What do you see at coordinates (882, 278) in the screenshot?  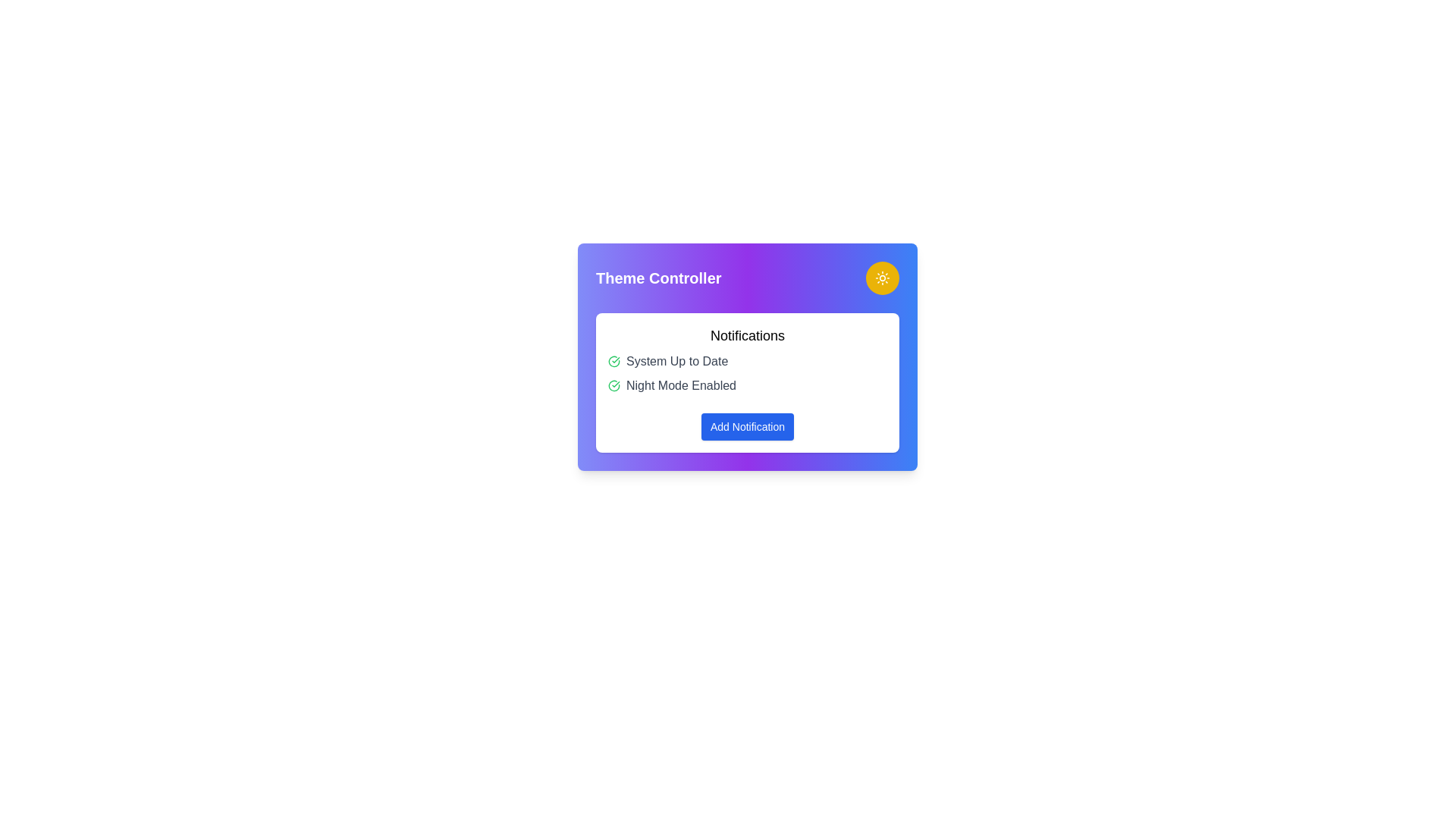 I see `the Circular button with a sun icon in the Theme Controller` at bounding box center [882, 278].